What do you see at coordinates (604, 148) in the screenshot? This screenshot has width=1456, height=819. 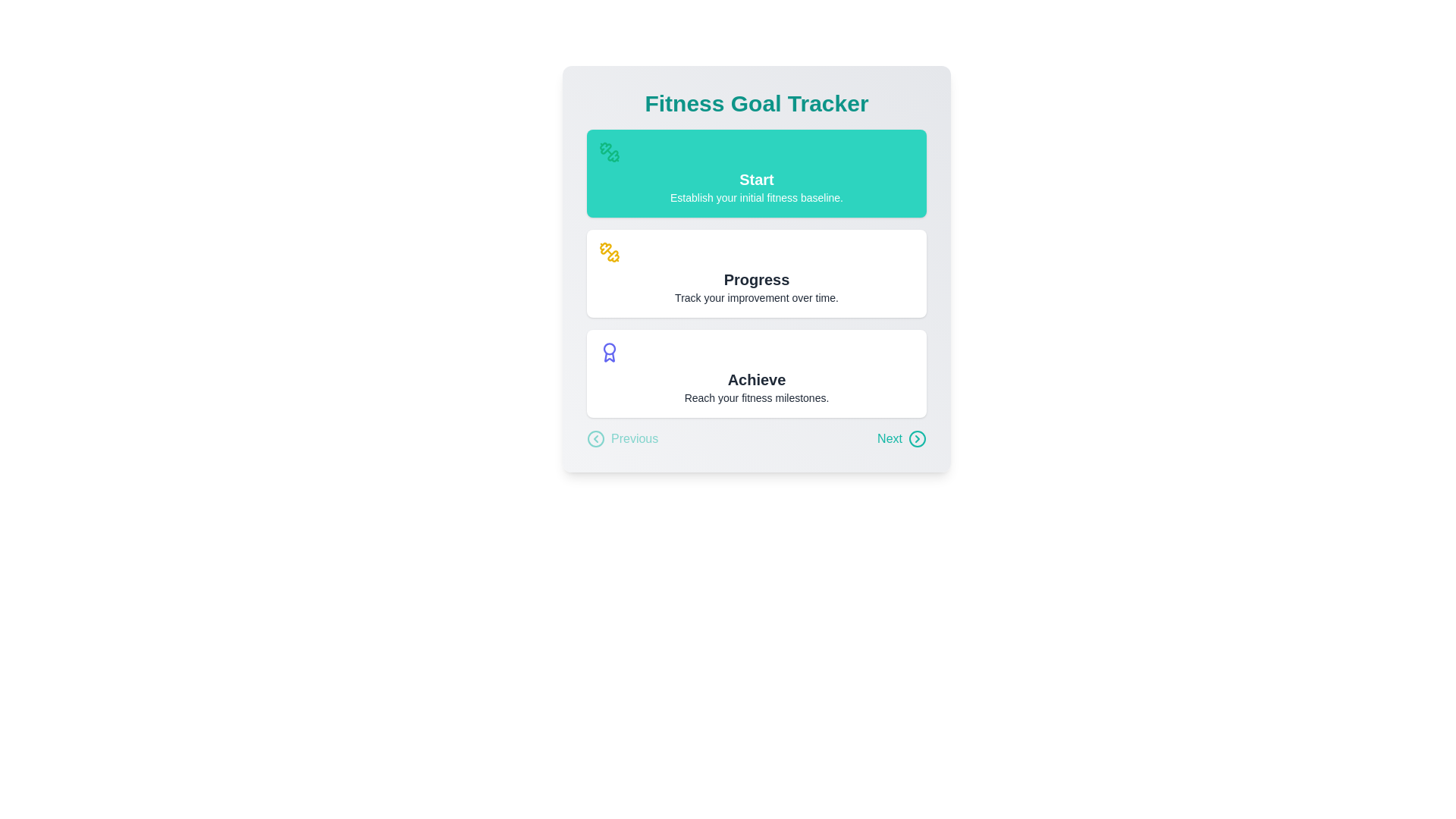 I see `the decorative part of the 'Start' section icon, which is the leftmost subcomponent in the green rectangular area labeled 'Start'` at bounding box center [604, 148].